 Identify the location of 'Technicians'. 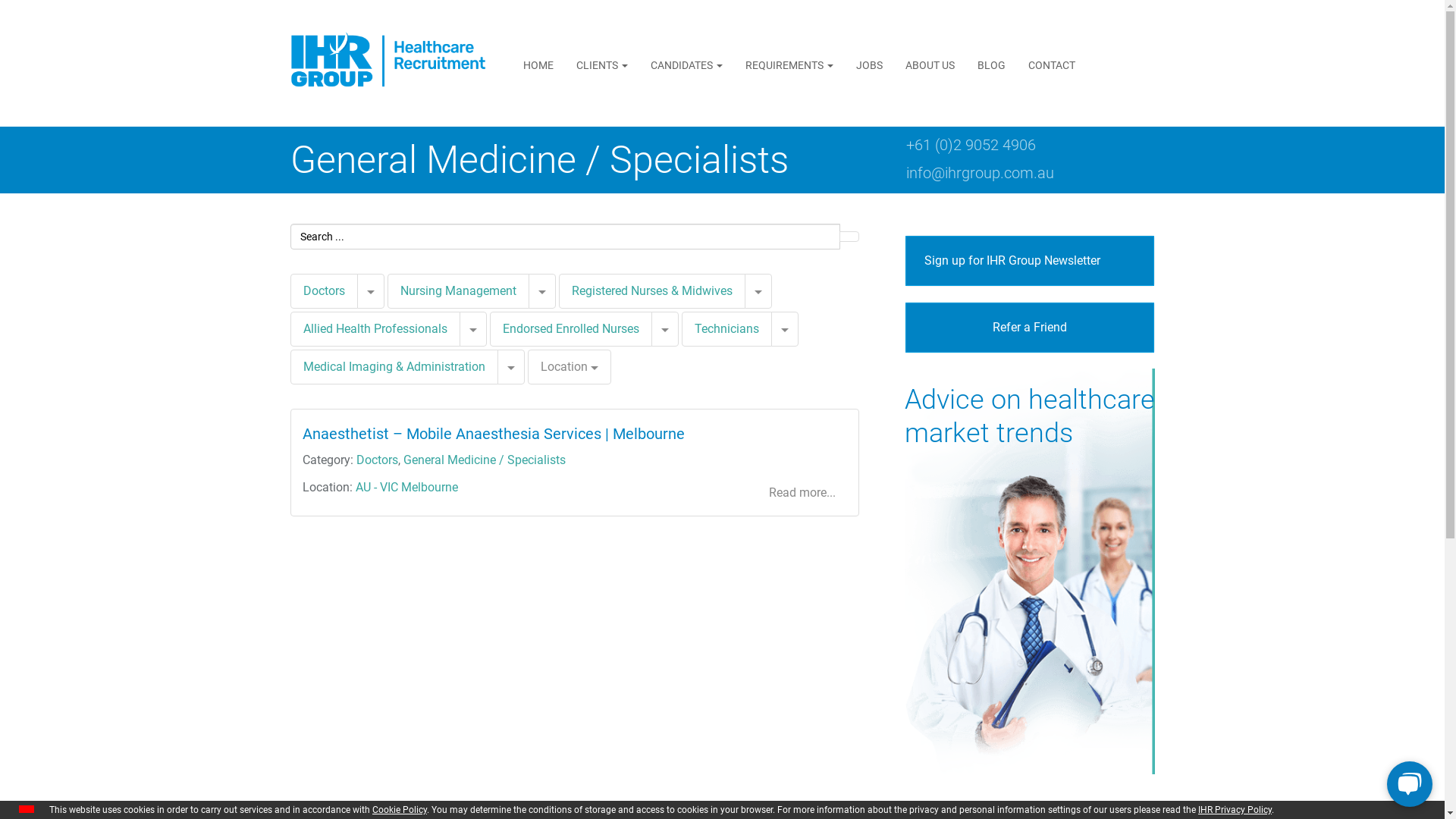
(725, 328).